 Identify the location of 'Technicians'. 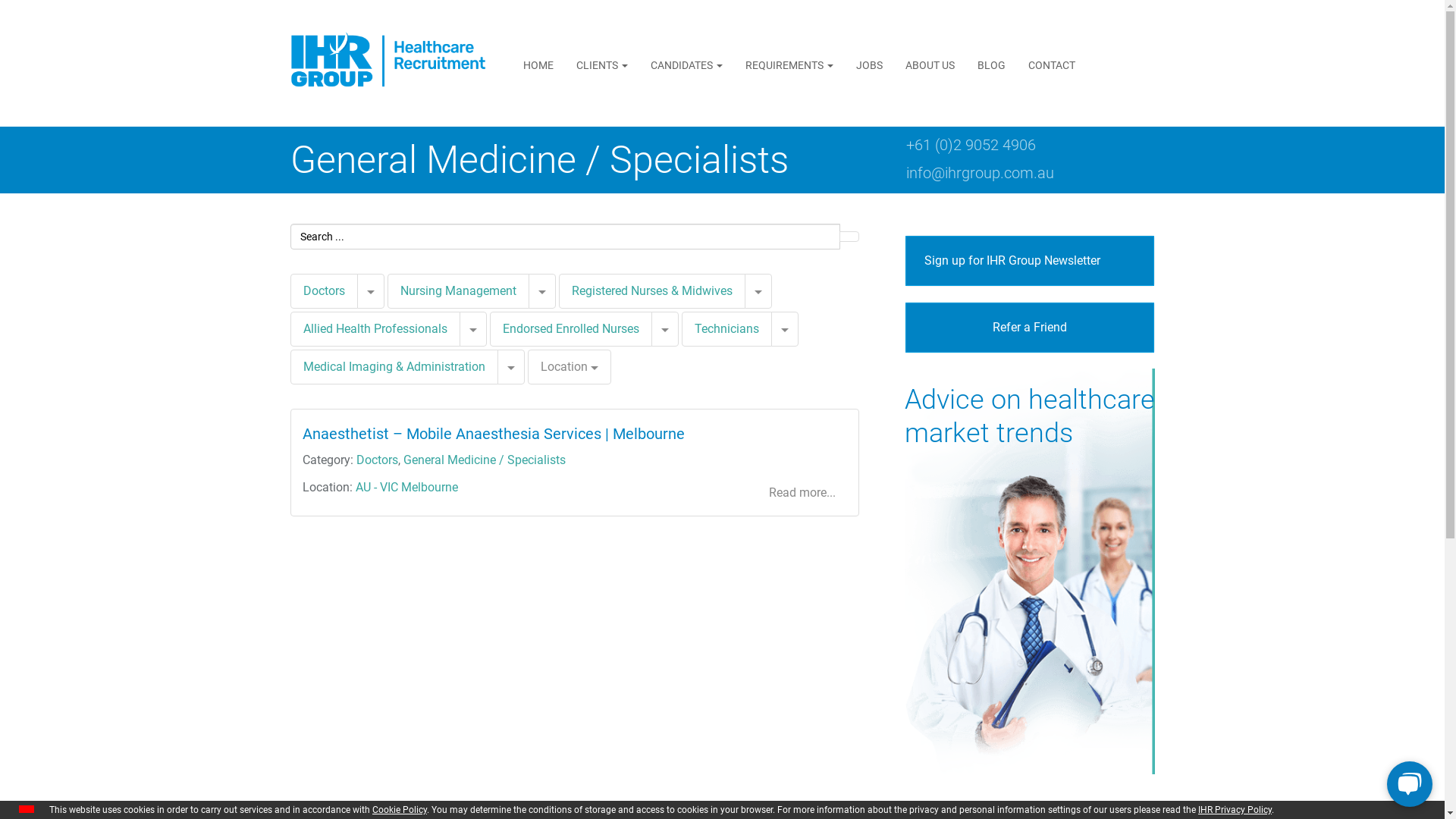
(725, 328).